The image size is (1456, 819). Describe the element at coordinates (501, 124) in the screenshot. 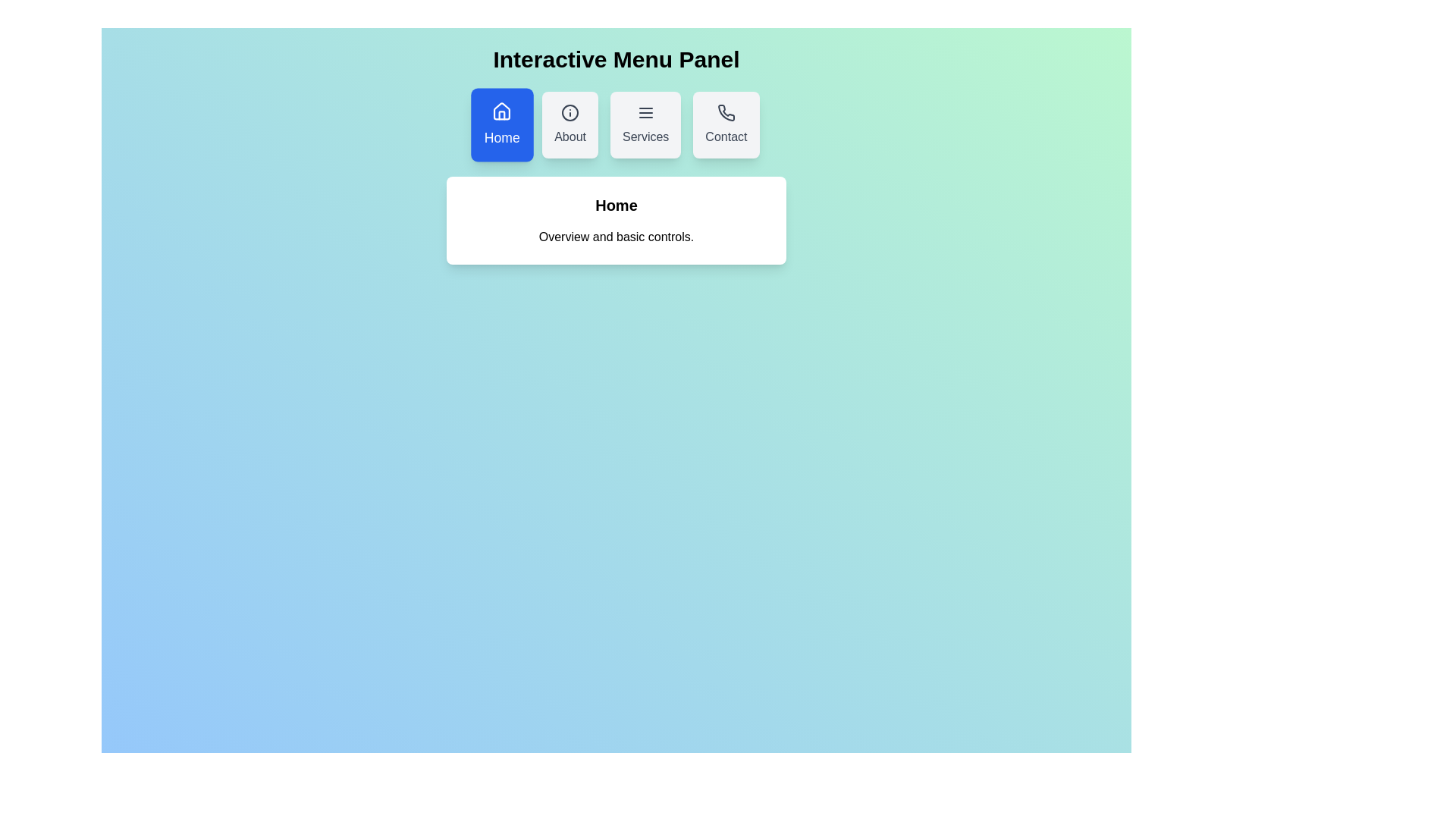

I see `the menu option Home` at that location.